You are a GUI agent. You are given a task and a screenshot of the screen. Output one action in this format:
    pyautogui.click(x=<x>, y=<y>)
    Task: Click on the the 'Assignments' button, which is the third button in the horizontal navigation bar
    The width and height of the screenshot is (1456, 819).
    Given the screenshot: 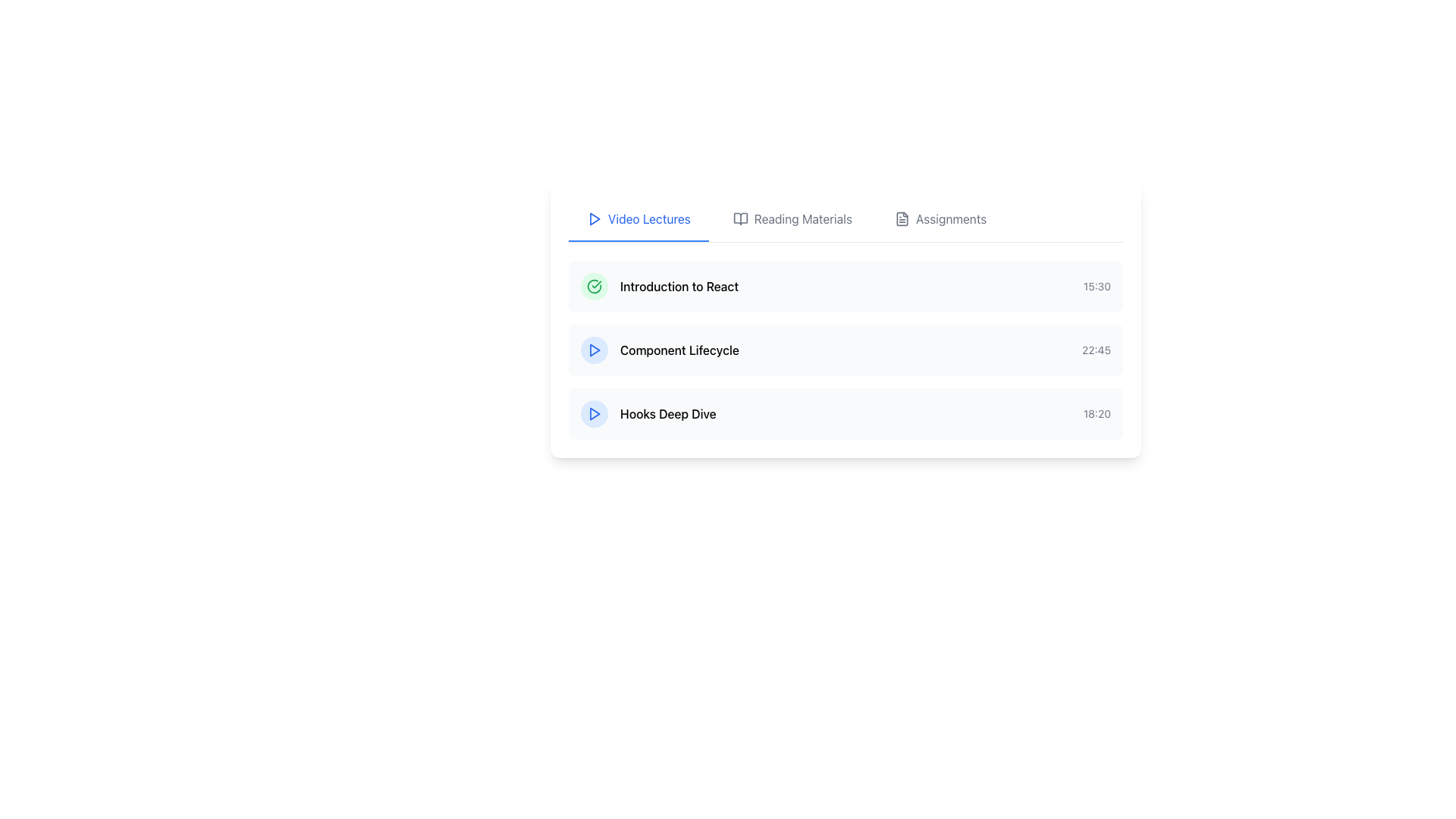 What is the action you would take?
    pyautogui.click(x=939, y=219)
    